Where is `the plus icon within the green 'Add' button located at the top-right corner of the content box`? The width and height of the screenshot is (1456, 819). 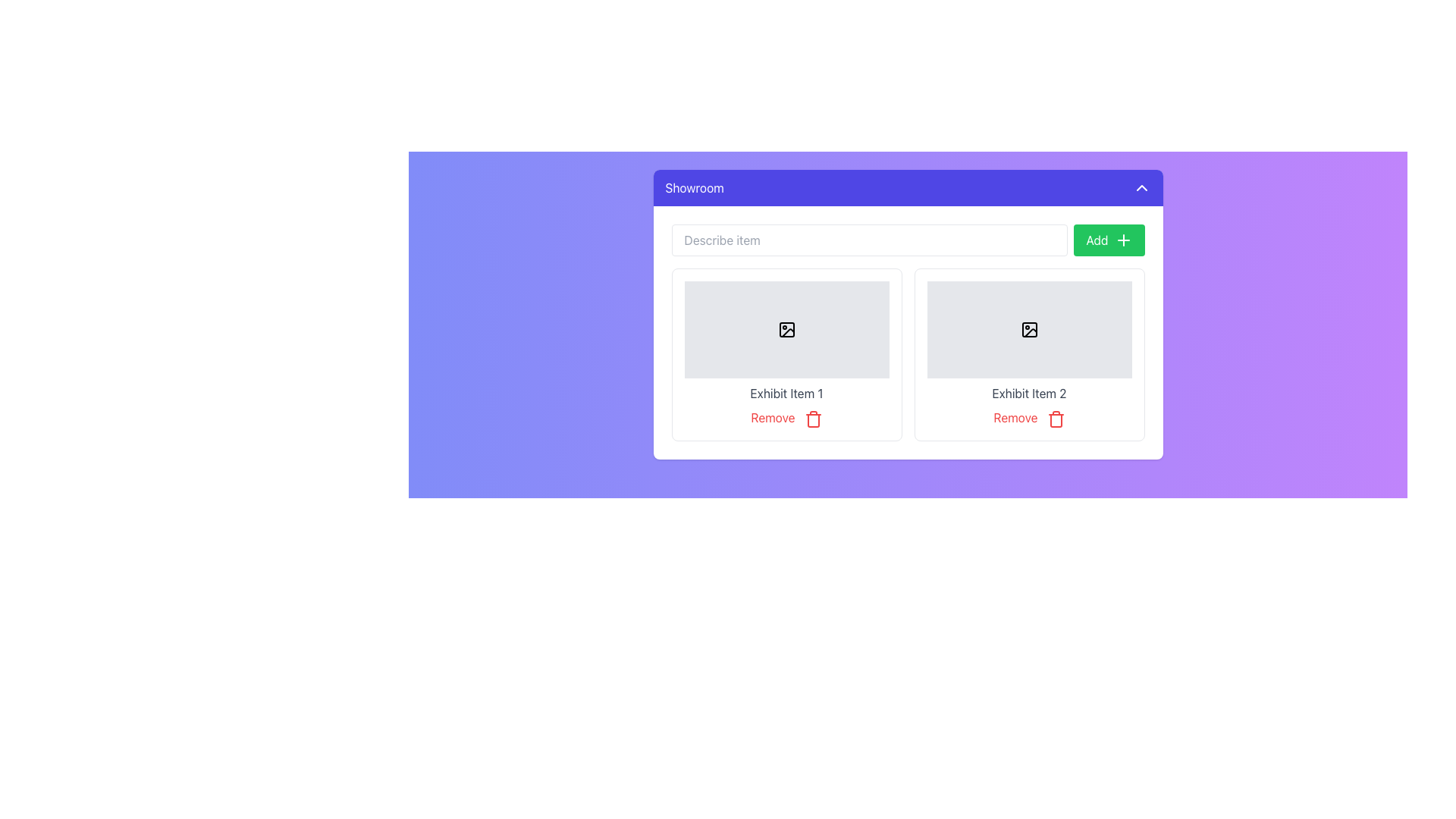
the plus icon within the green 'Add' button located at the top-right corner of the content box is located at coordinates (1123, 239).